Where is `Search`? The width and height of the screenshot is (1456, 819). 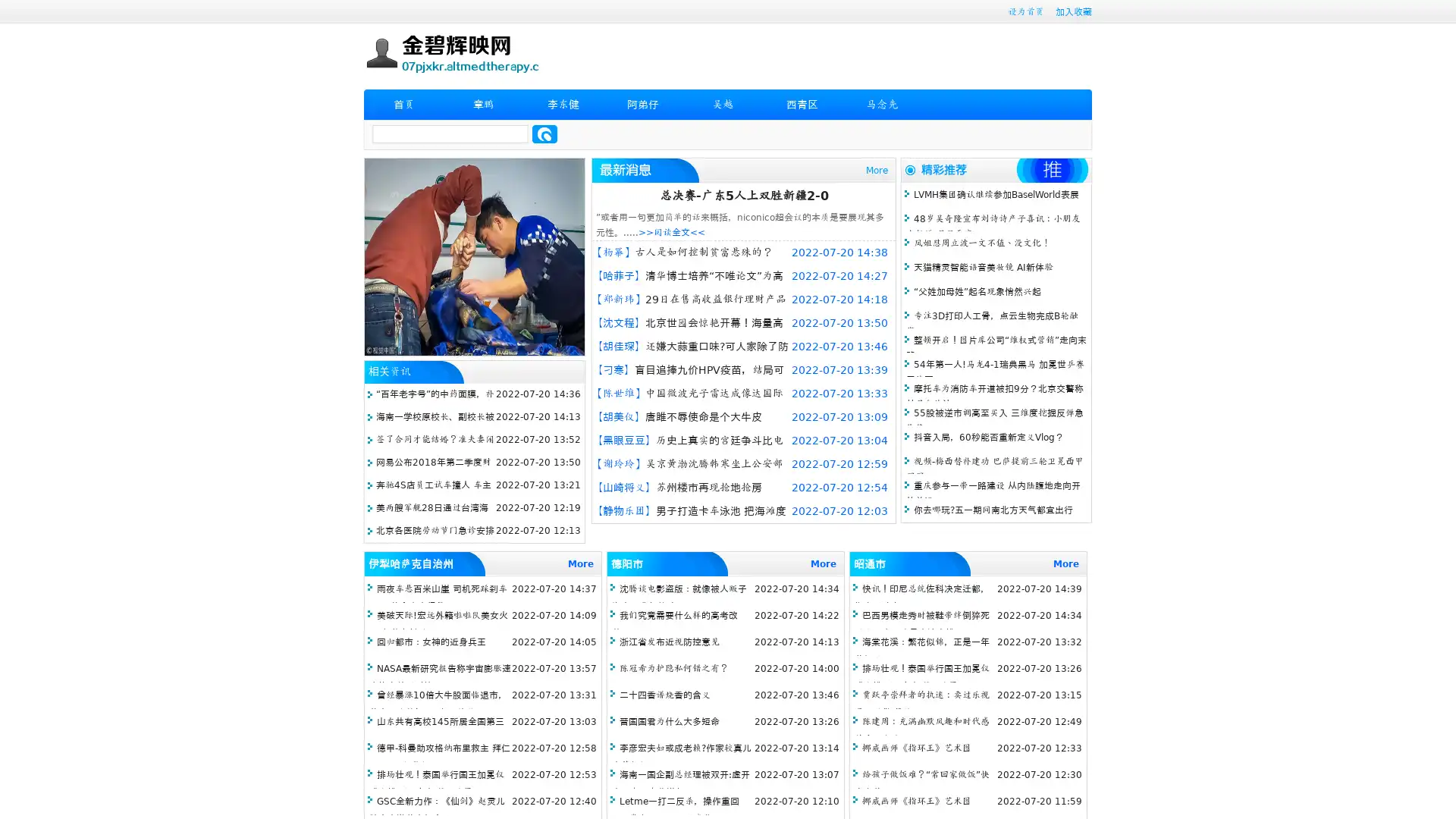
Search is located at coordinates (544, 133).